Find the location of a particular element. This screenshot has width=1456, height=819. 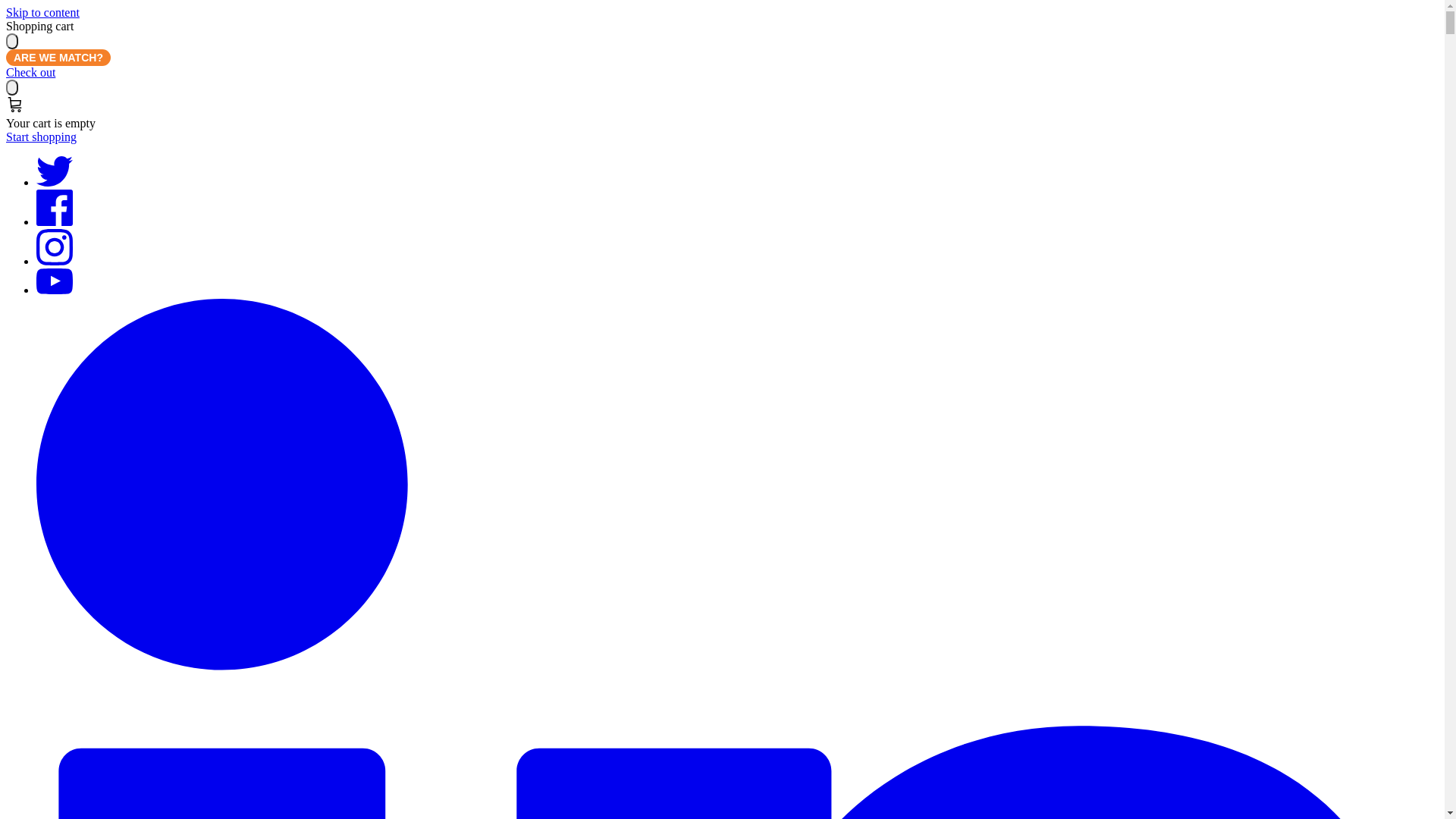

'Facebook' is located at coordinates (55, 221).